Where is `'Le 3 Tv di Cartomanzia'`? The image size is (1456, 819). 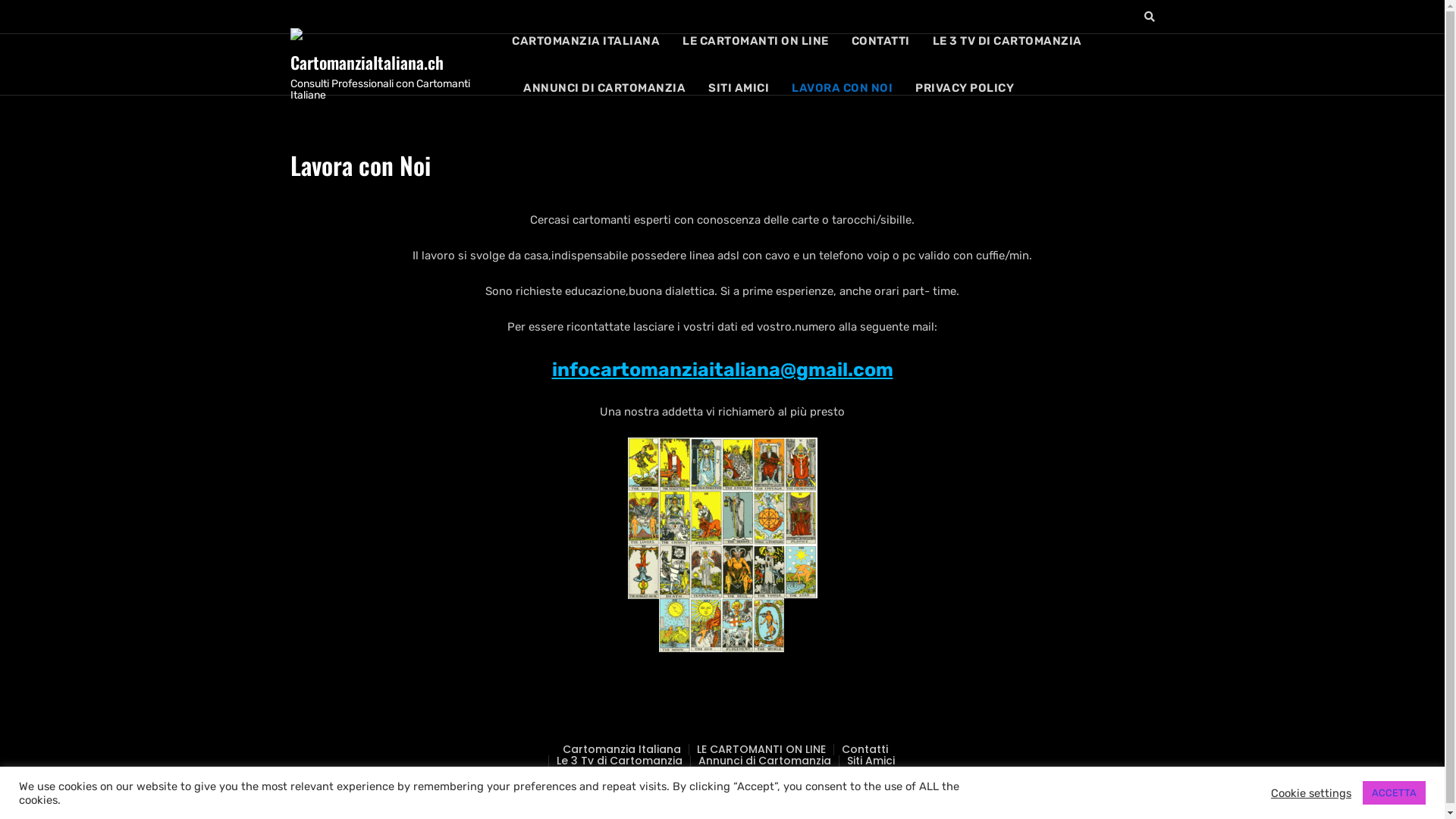 'Le 3 Tv di Cartomanzia' is located at coordinates (619, 760).